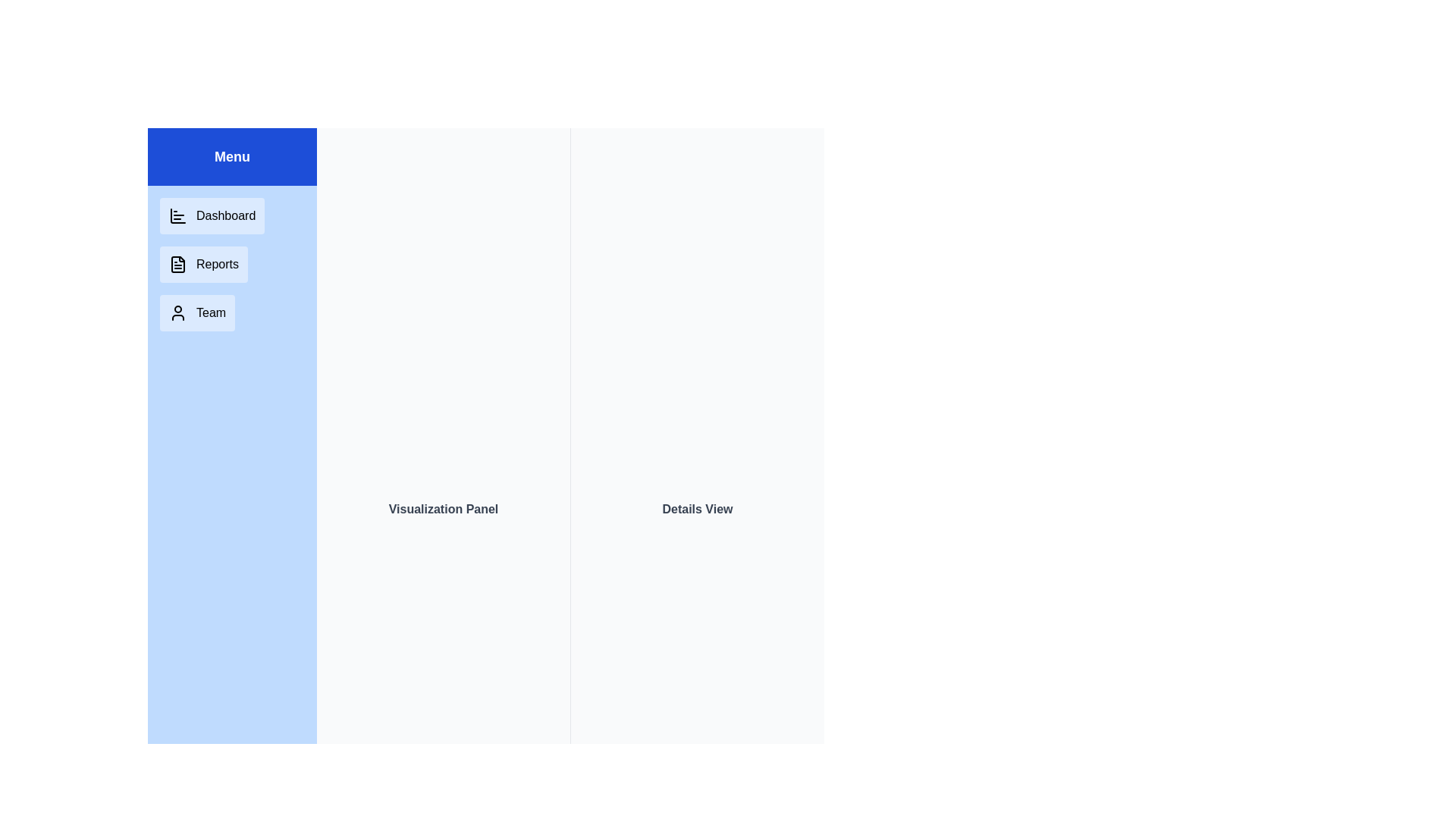 The image size is (1456, 819). What do you see at coordinates (231, 157) in the screenshot?
I see `the header or label at the top of the sidebar menu, which indicates the purpose of the sidebar's options` at bounding box center [231, 157].